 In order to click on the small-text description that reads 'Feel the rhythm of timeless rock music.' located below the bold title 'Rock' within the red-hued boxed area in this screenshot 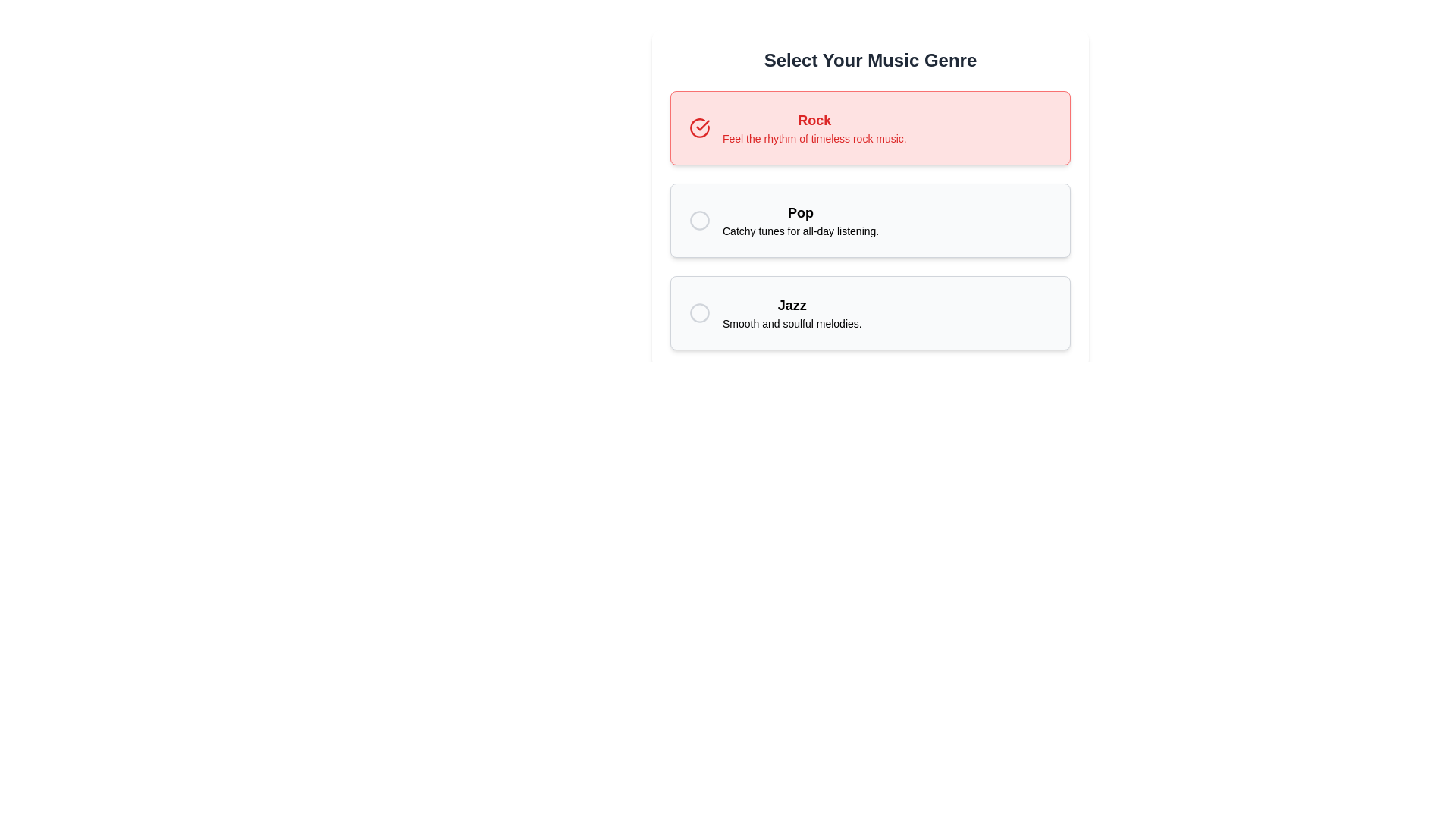, I will do `click(814, 138)`.